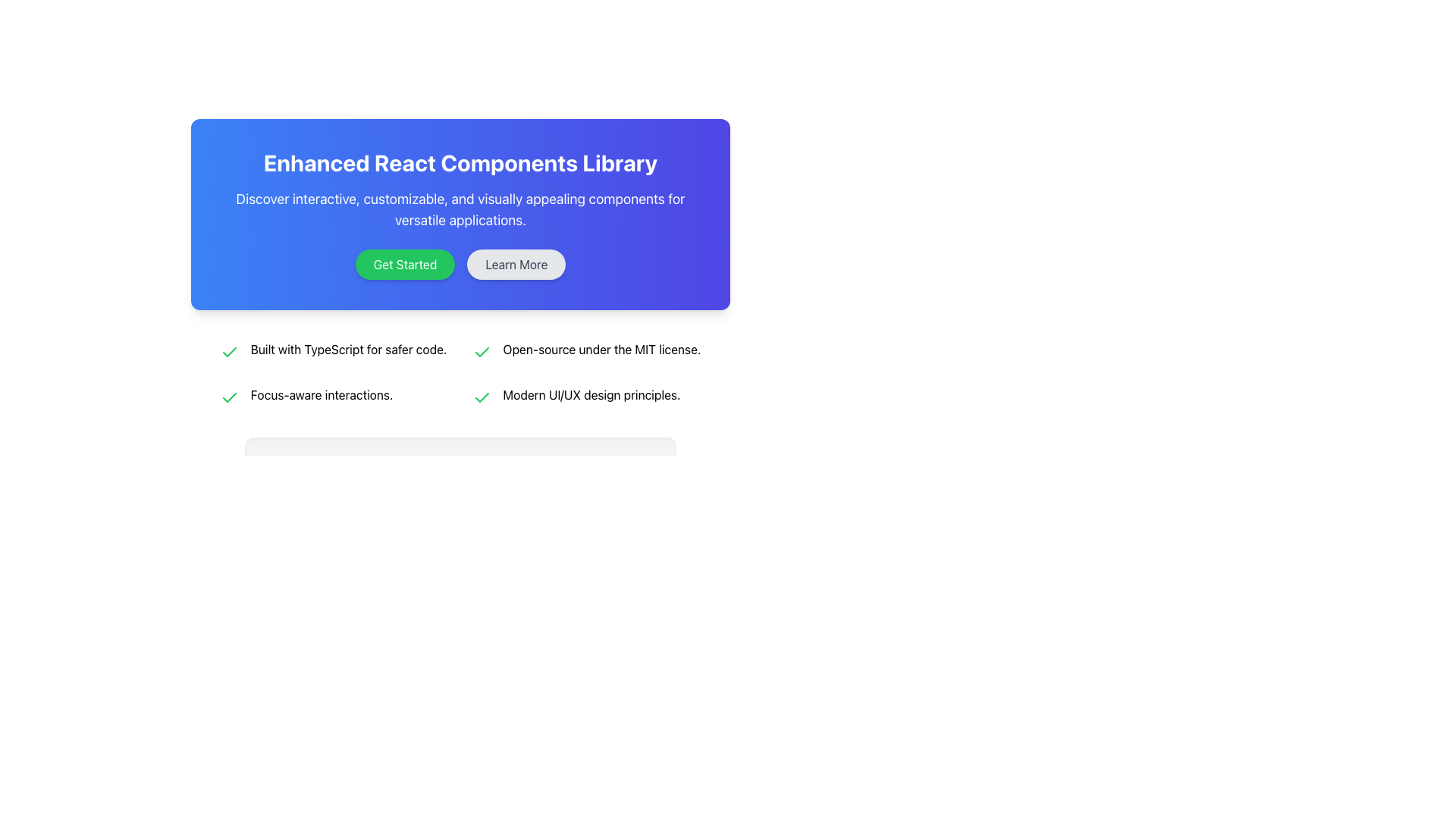 Image resolution: width=1456 pixels, height=819 pixels. What do you see at coordinates (321, 394) in the screenshot?
I see `text label displaying 'Focus-aware interactions.' which is the second entry in a feature list, located to the right of a green checkmark icon` at bounding box center [321, 394].